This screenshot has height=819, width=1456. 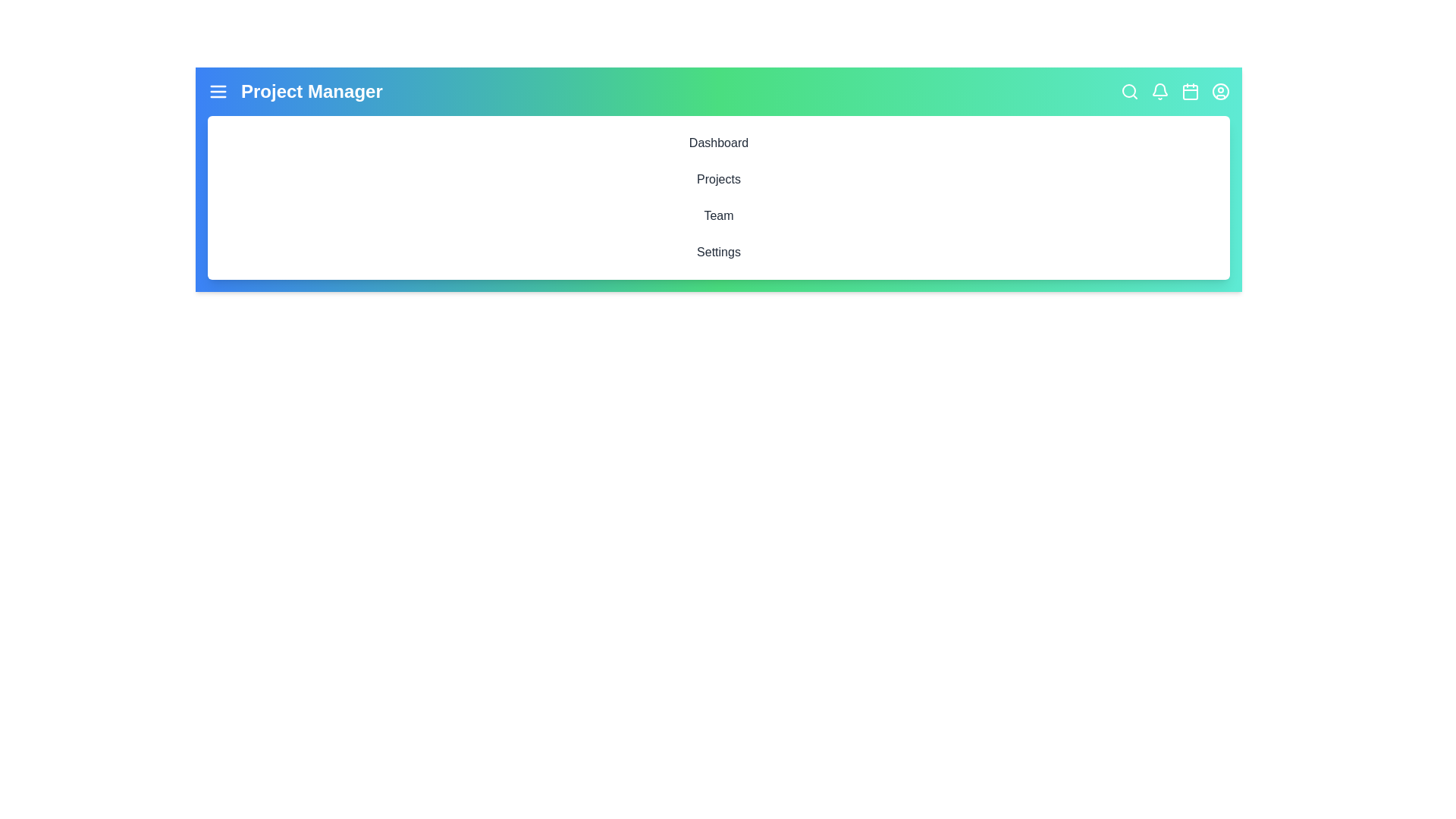 I want to click on the interactive element Projects to inspect its hover effect, so click(x=718, y=178).